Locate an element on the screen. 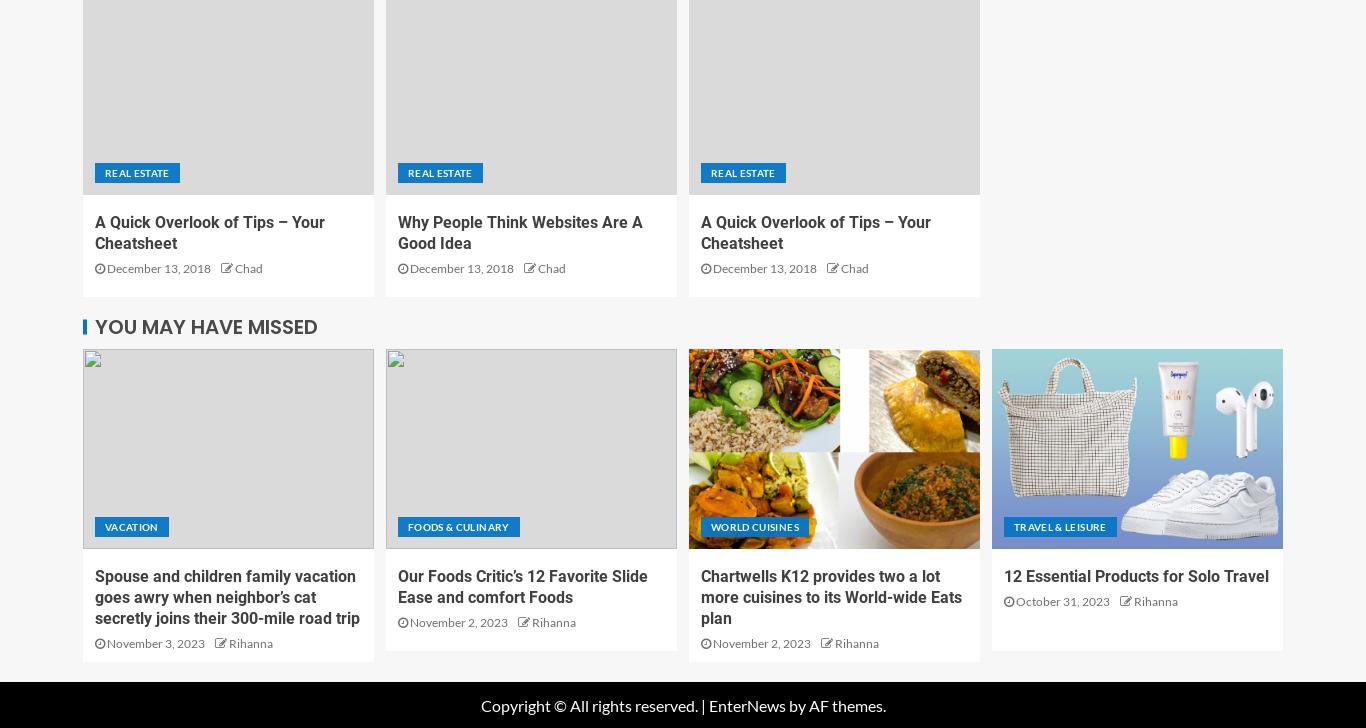  '12 Essential Products for Solo Travel' is located at coordinates (1004, 575).